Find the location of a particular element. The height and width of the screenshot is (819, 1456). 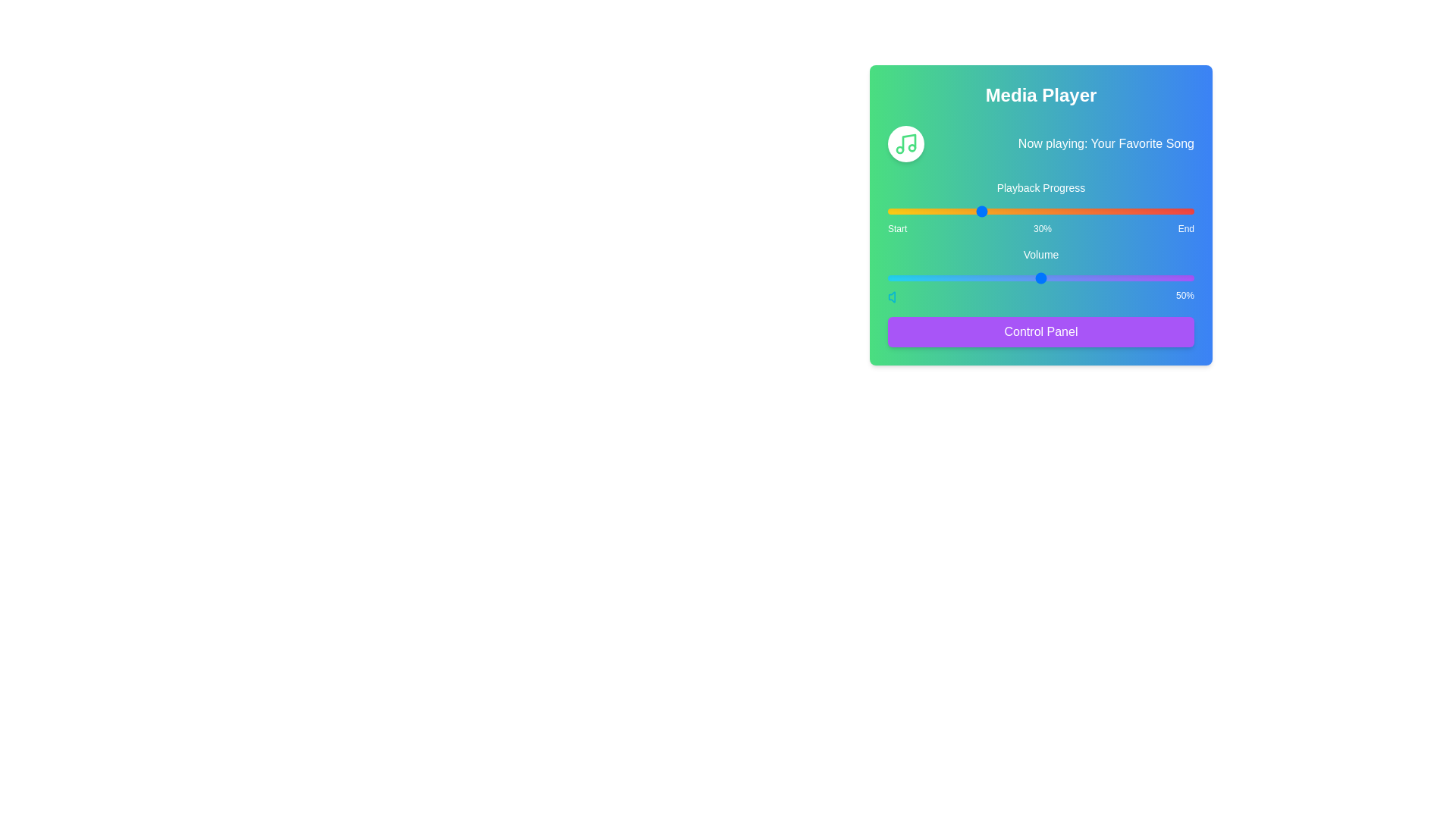

the volume slider to 10% is located at coordinates (918, 278).